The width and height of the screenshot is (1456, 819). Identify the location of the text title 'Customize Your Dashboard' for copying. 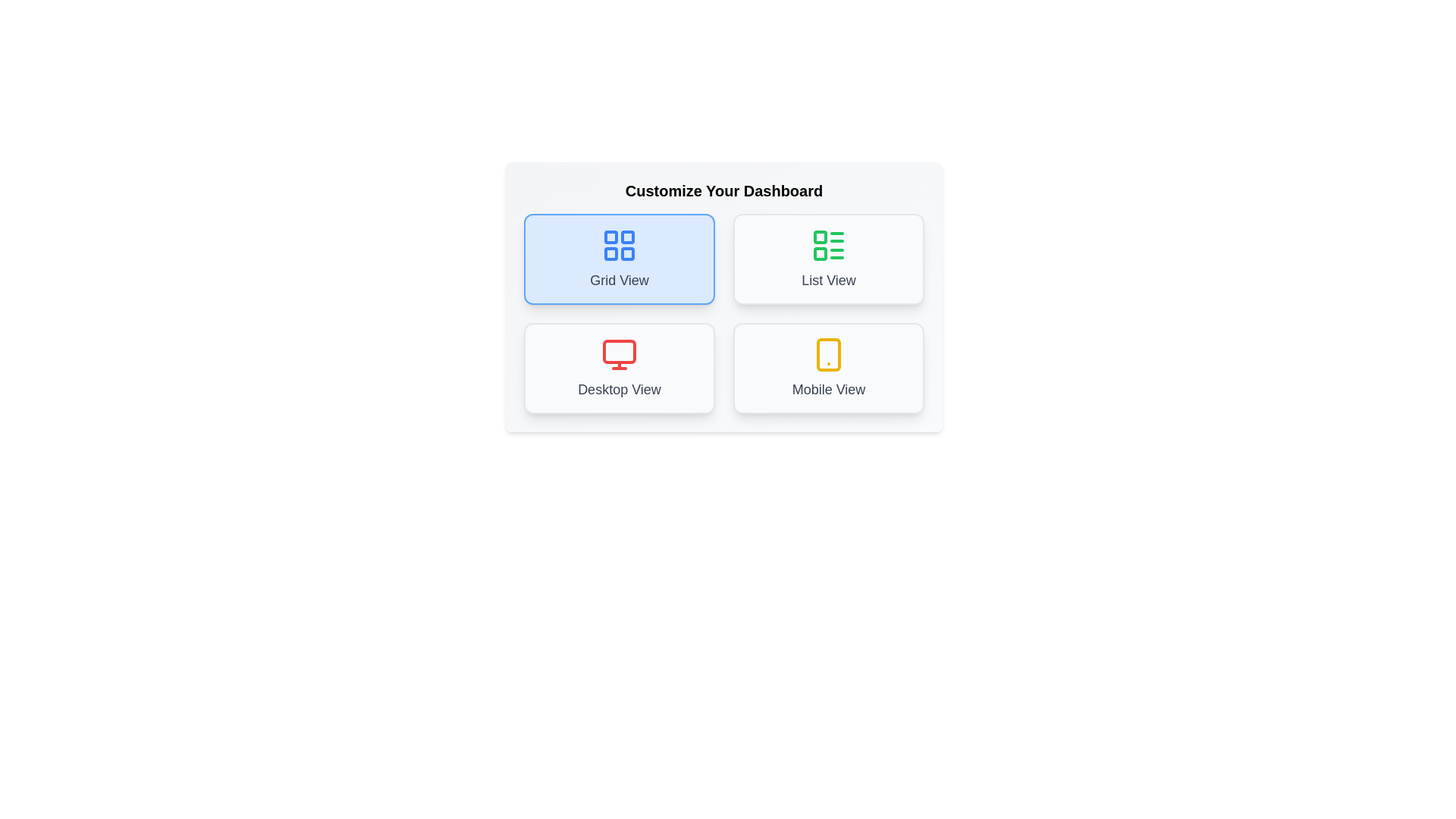
(723, 190).